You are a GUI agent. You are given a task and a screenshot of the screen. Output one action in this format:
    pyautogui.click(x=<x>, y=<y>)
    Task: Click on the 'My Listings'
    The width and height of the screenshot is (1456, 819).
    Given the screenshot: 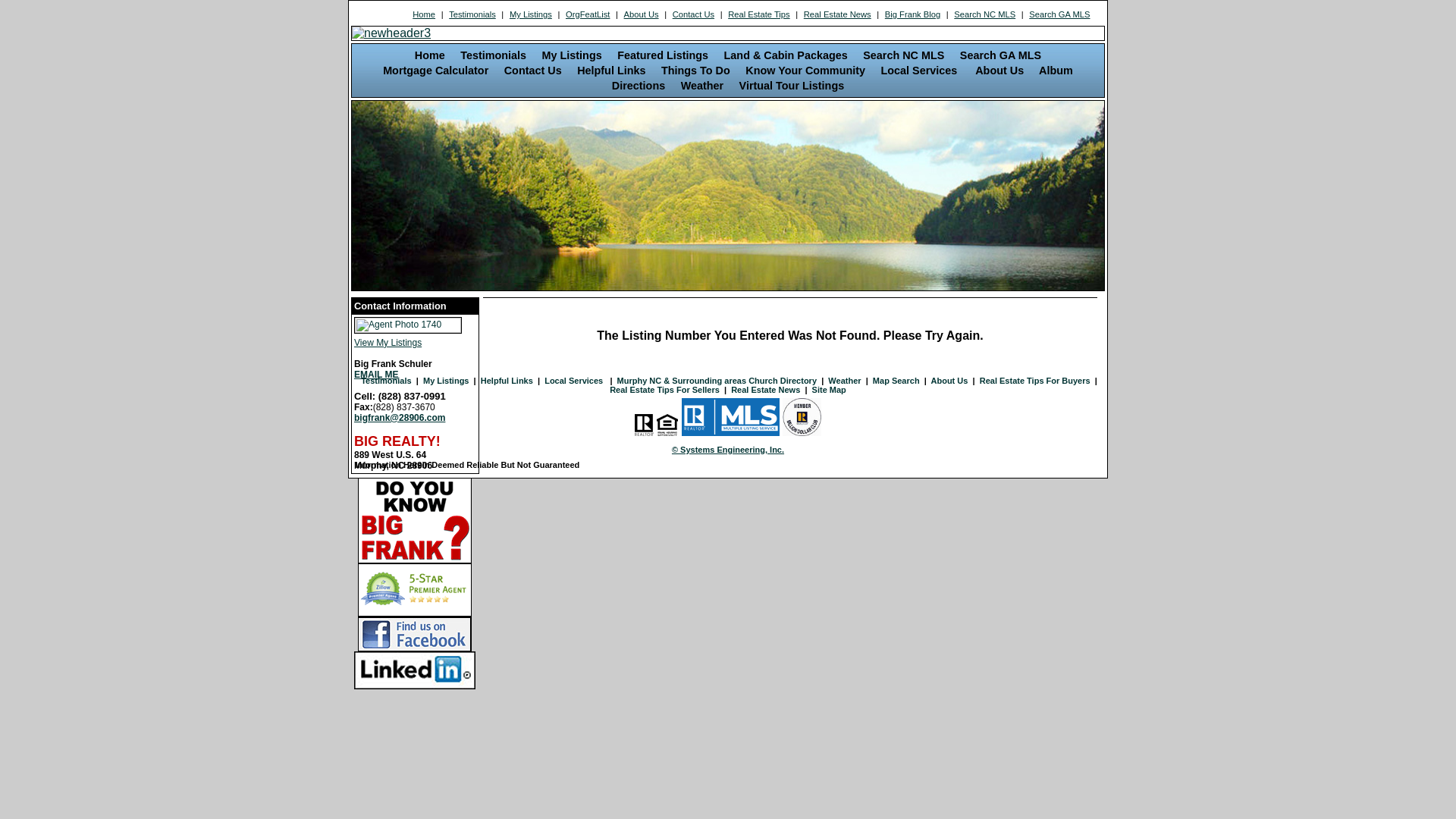 What is the action you would take?
    pyautogui.click(x=445, y=379)
    